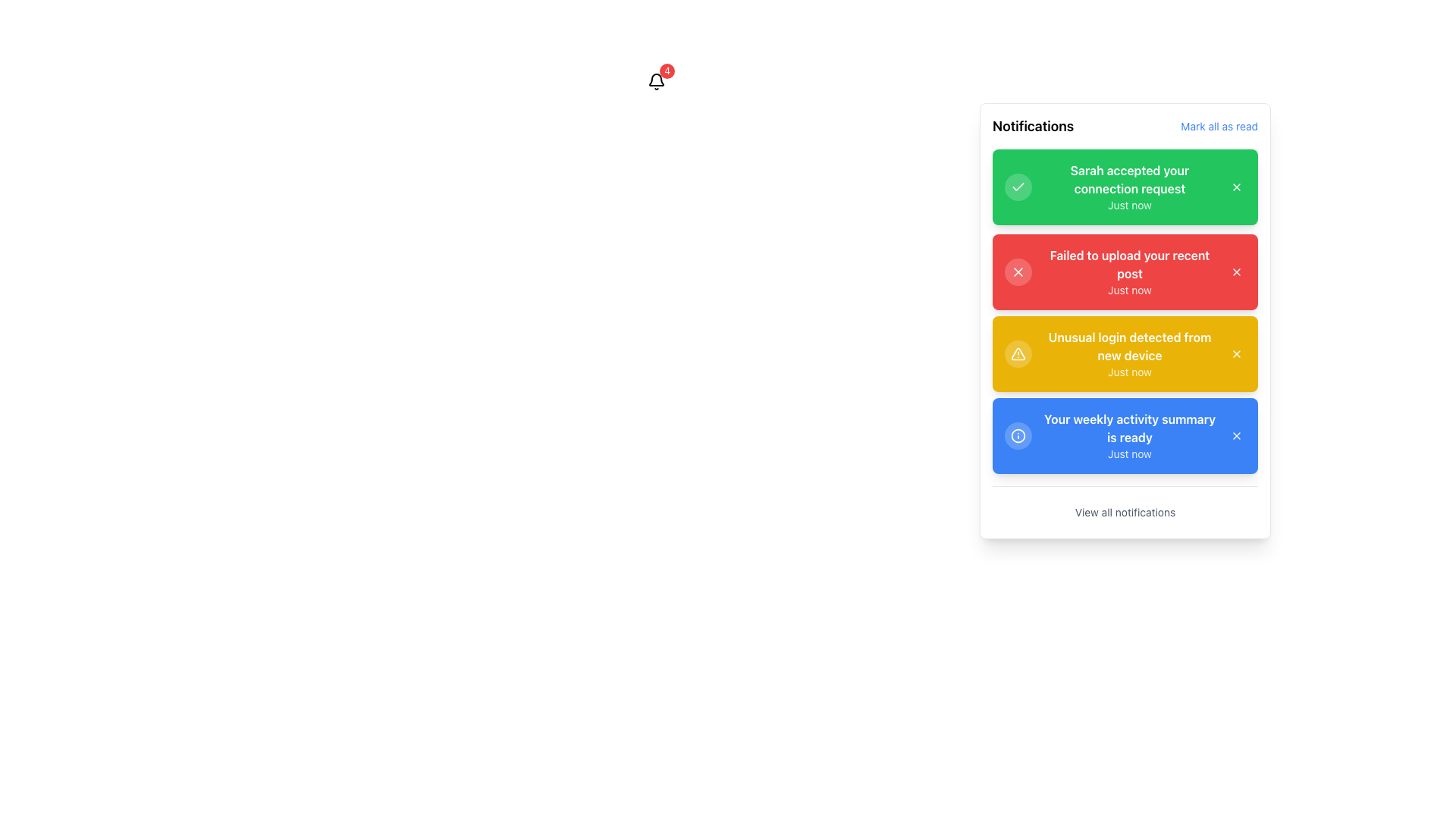  What do you see at coordinates (1237, 186) in the screenshot?
I see `the close button for the notification that says 'Sarah accepted your connection request'` at bounding box center [1237, 186].